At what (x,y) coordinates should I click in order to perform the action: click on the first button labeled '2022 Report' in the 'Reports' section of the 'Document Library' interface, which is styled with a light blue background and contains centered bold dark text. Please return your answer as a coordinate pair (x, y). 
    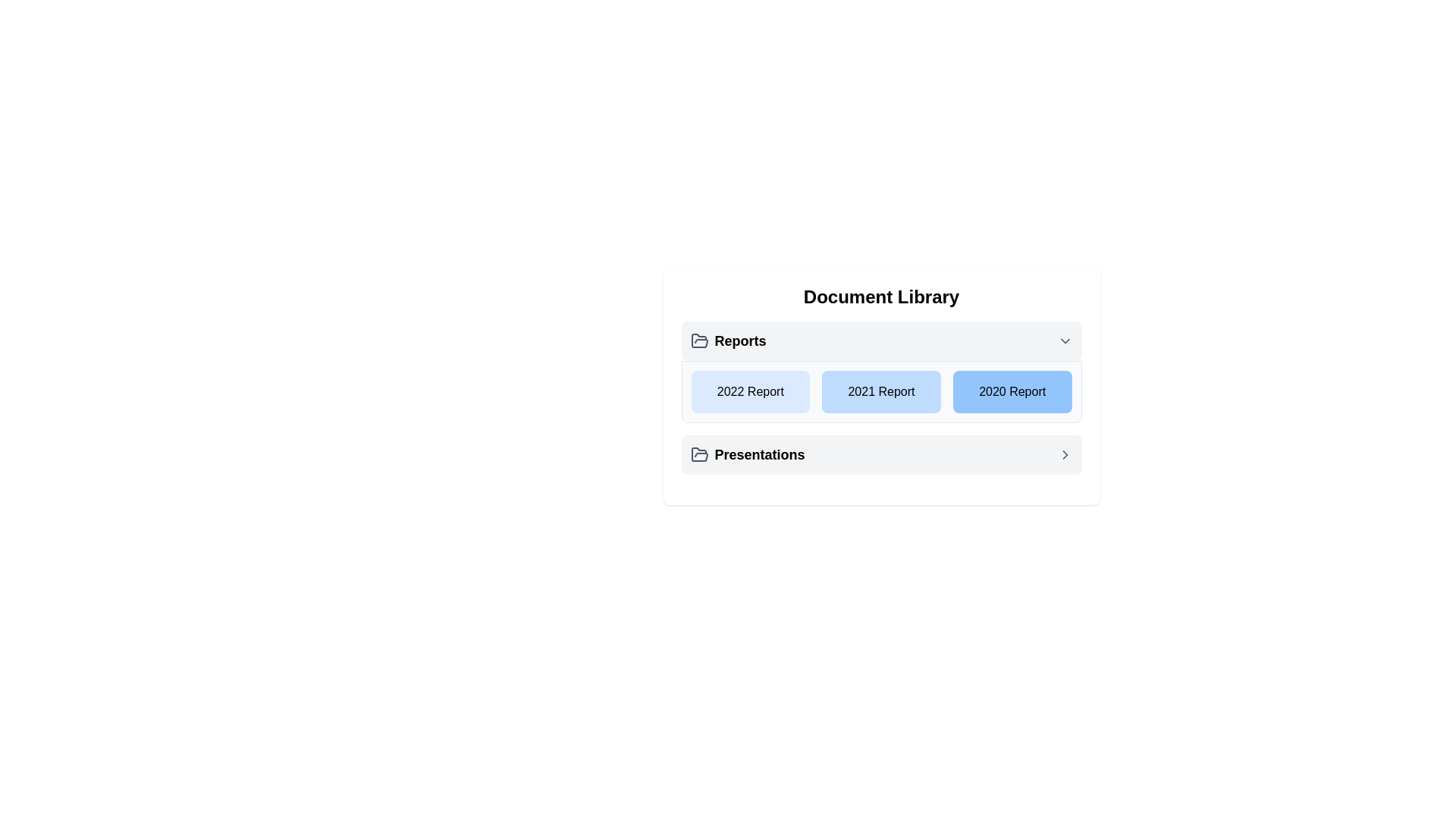
    Looking at the image, I should click on (750, 391).